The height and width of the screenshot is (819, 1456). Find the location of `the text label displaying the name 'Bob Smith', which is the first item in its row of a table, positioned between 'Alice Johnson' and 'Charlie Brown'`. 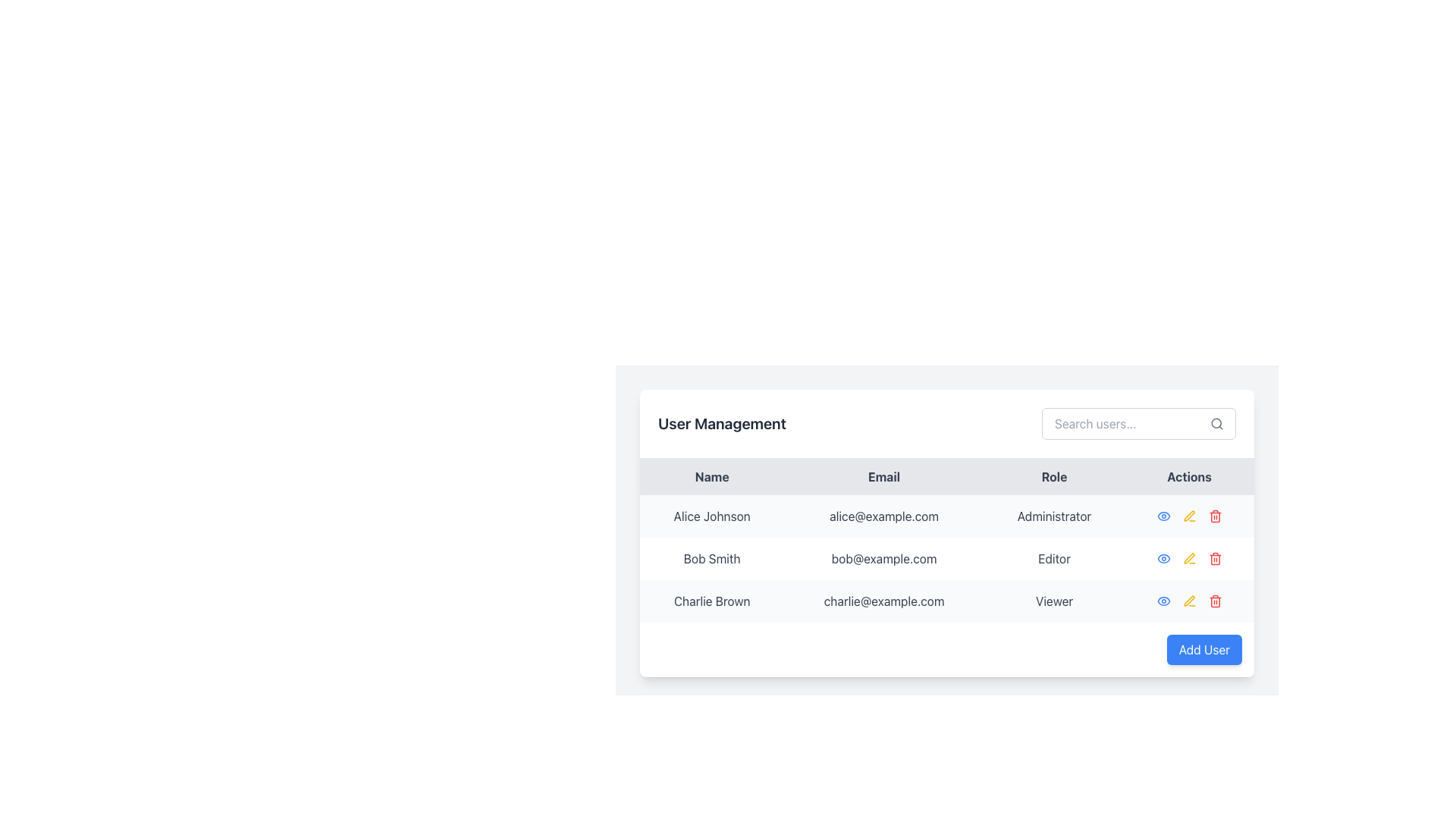

the text label displaying the name 'Bob Smith', which is the first item in its row of a table, positioned between 'Alice Johnson' and 'Charlie Brown' is located at coordinates (711, 558).